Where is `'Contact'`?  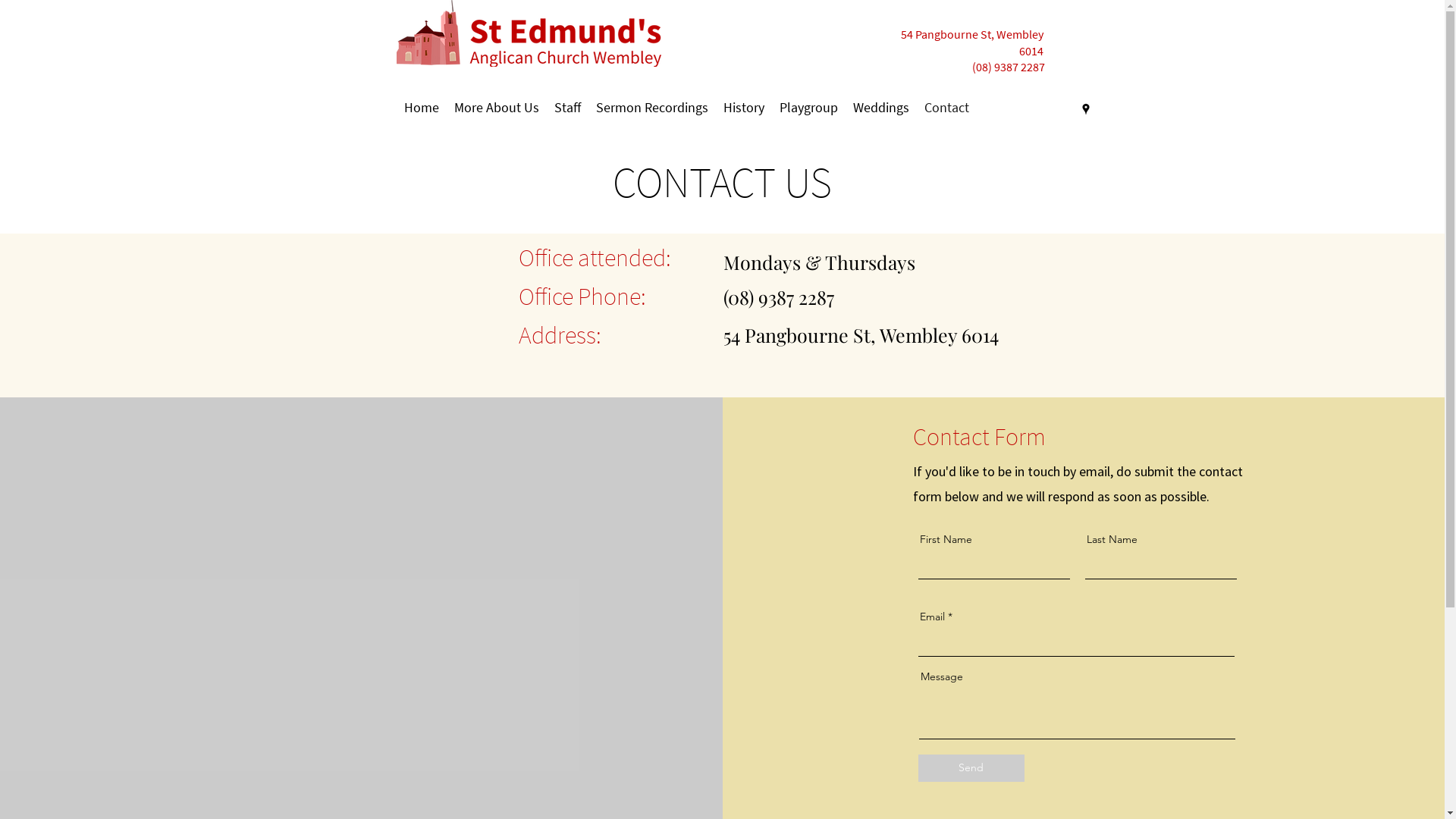 'Contact' is located at coordinates (945, 107).